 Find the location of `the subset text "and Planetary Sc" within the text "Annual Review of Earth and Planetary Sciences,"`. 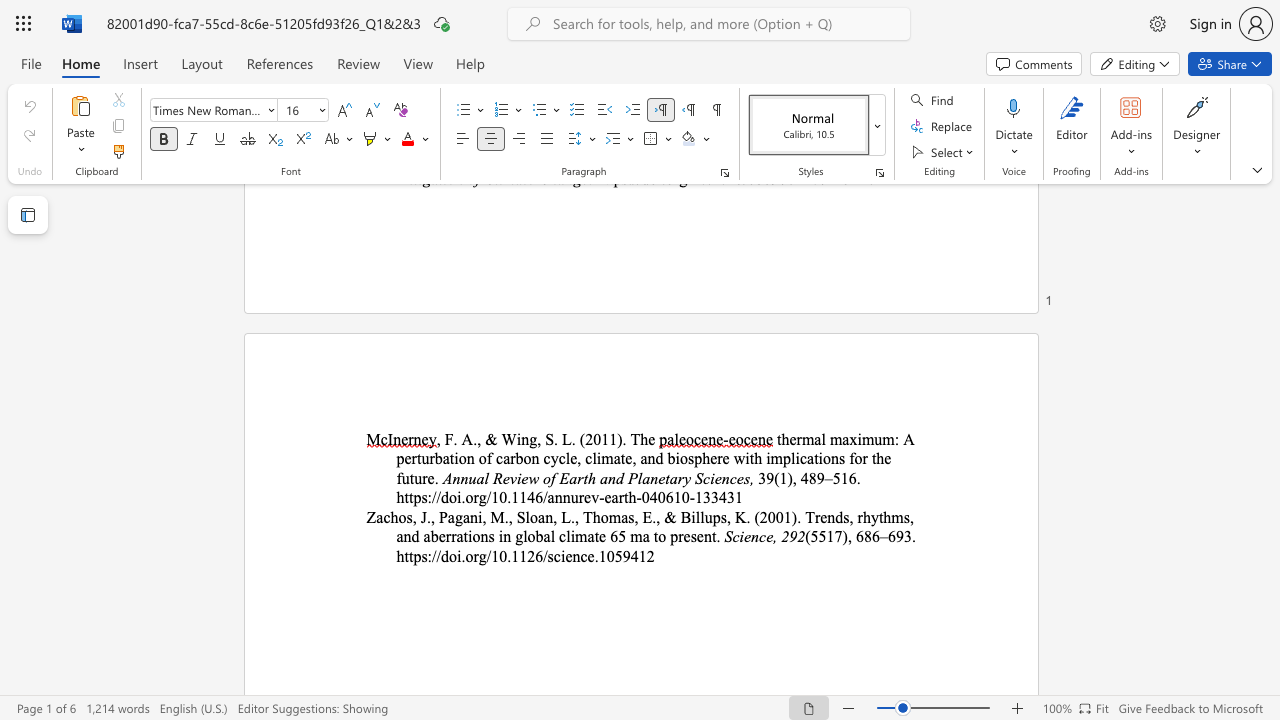

the subset text "and Planetary Sc" within the text "Annual Review of Earth and Planetary Sciences," is located at coordinates (599, 478).